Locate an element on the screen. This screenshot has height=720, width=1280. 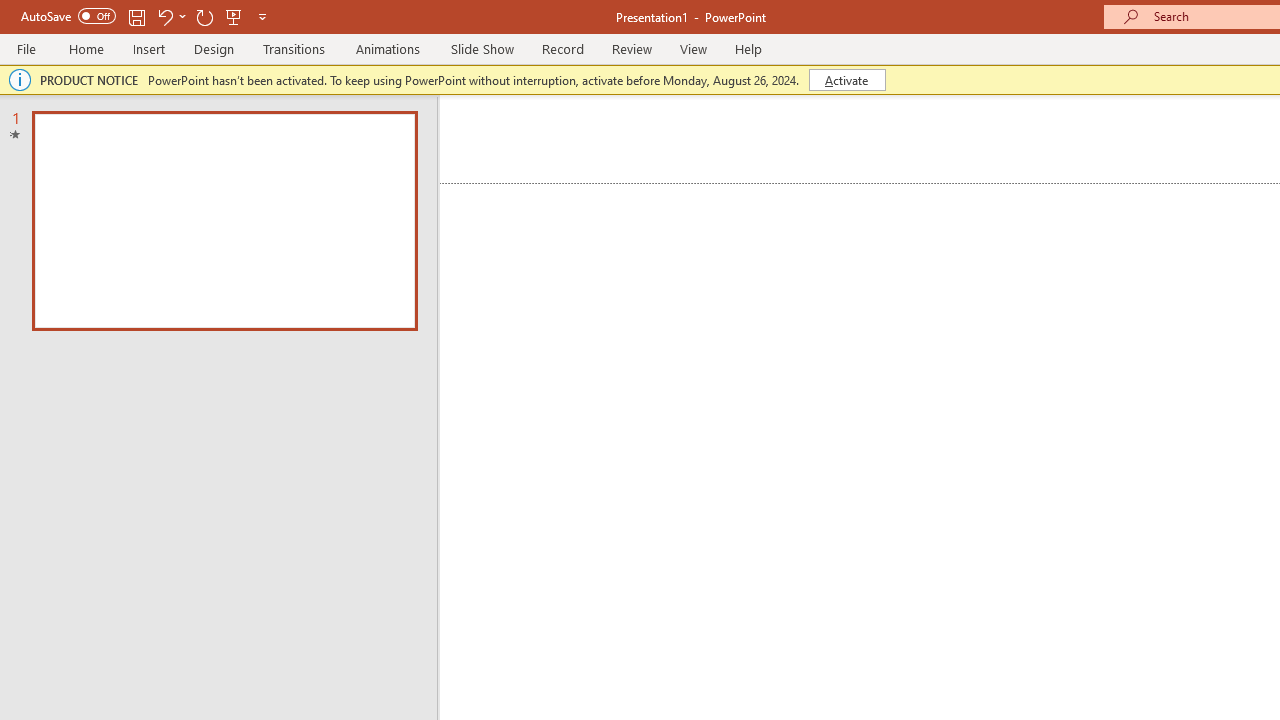
'From Beginning' is located at coordinates (234, 16).